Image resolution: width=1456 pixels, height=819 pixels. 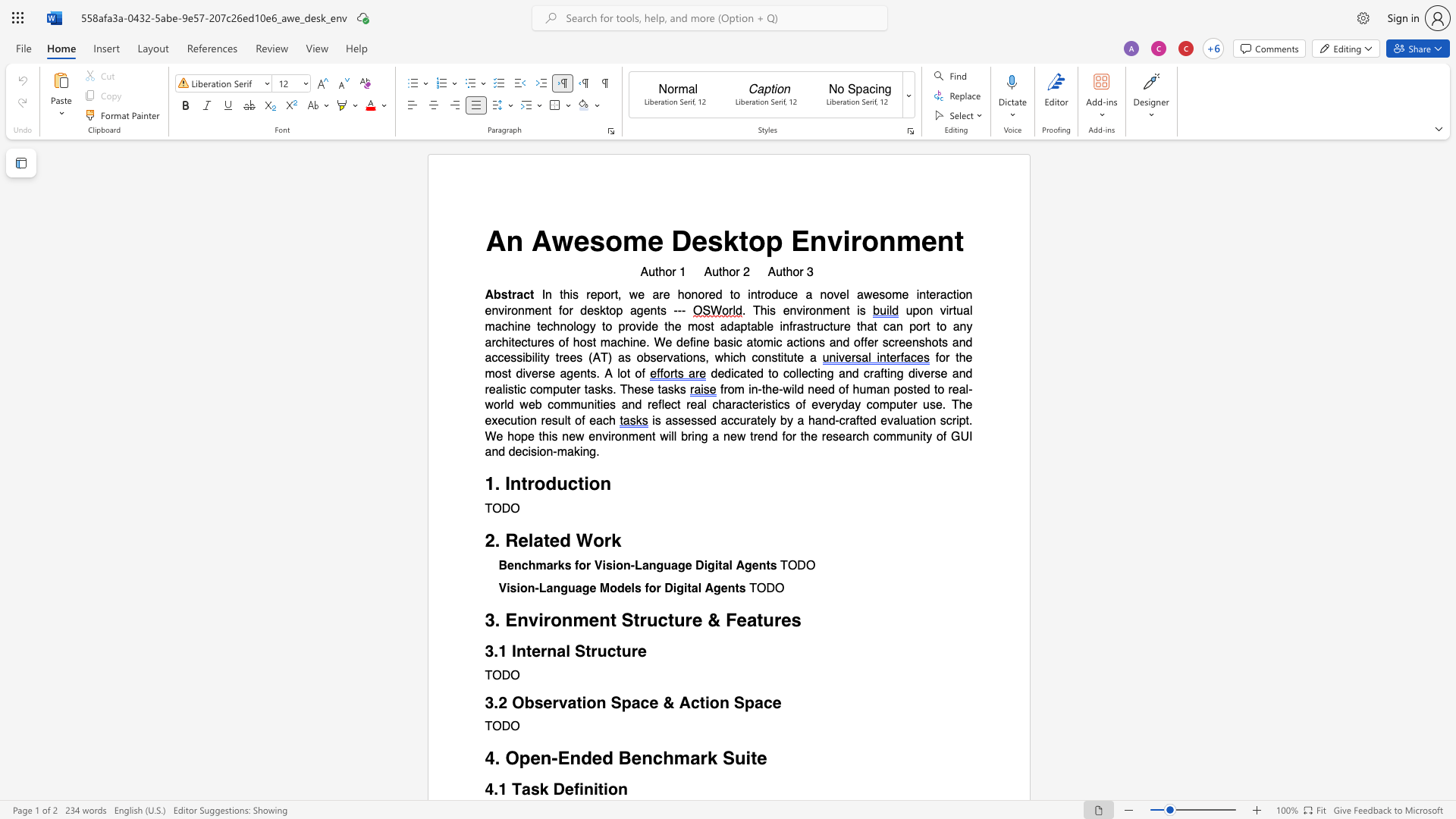 What do you see at coordinates (507, 484) in the screenshot?
I see `the 1th character "I" in the text` at bounding box center [507, 484].